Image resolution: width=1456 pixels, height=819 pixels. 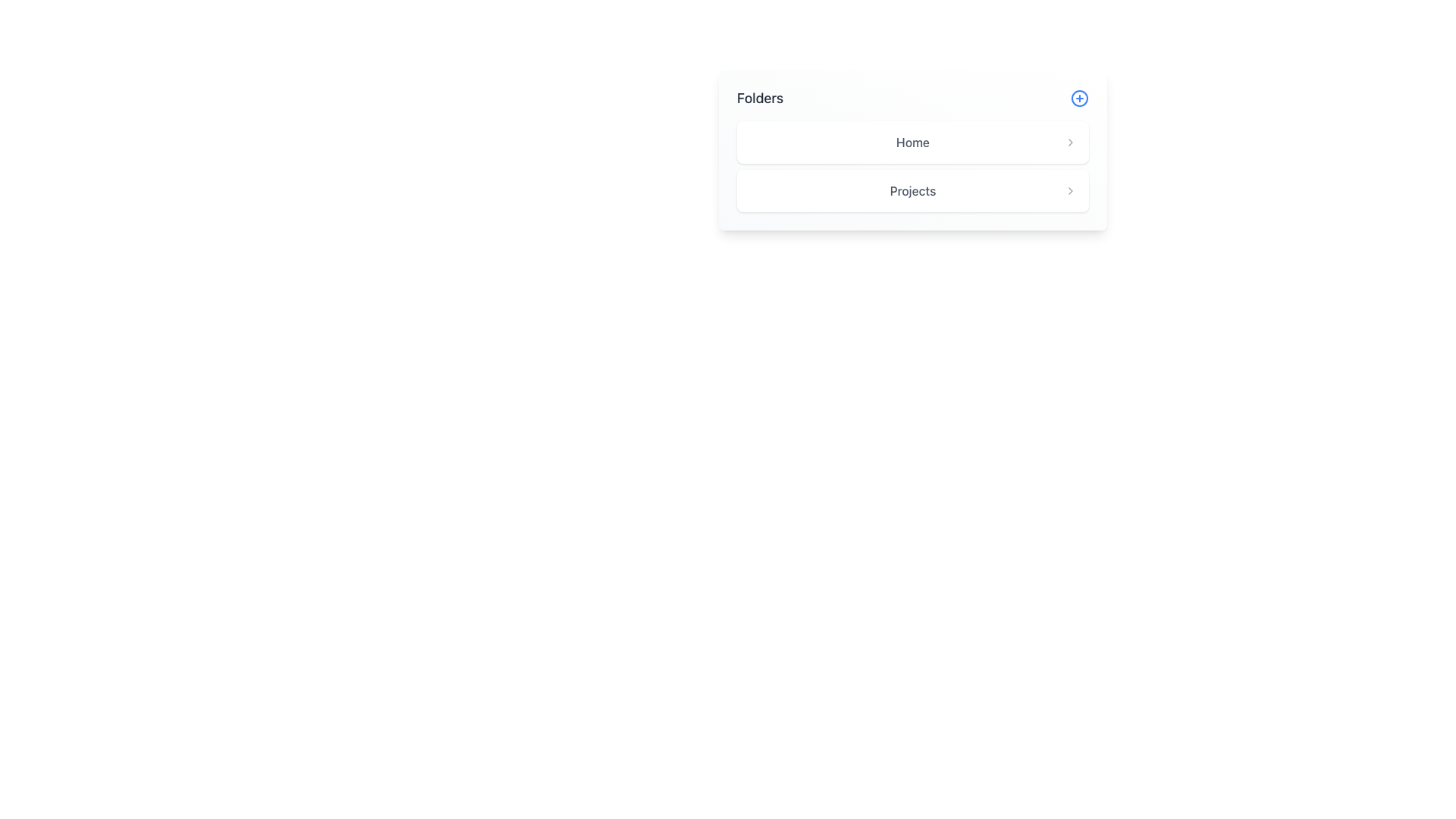 What do you see at coordinates (912, 166) in the screenshot?
I see `the 'Home' option in the Menu/List Component located under the 'Folders' card` at bounding box center [912, 166].